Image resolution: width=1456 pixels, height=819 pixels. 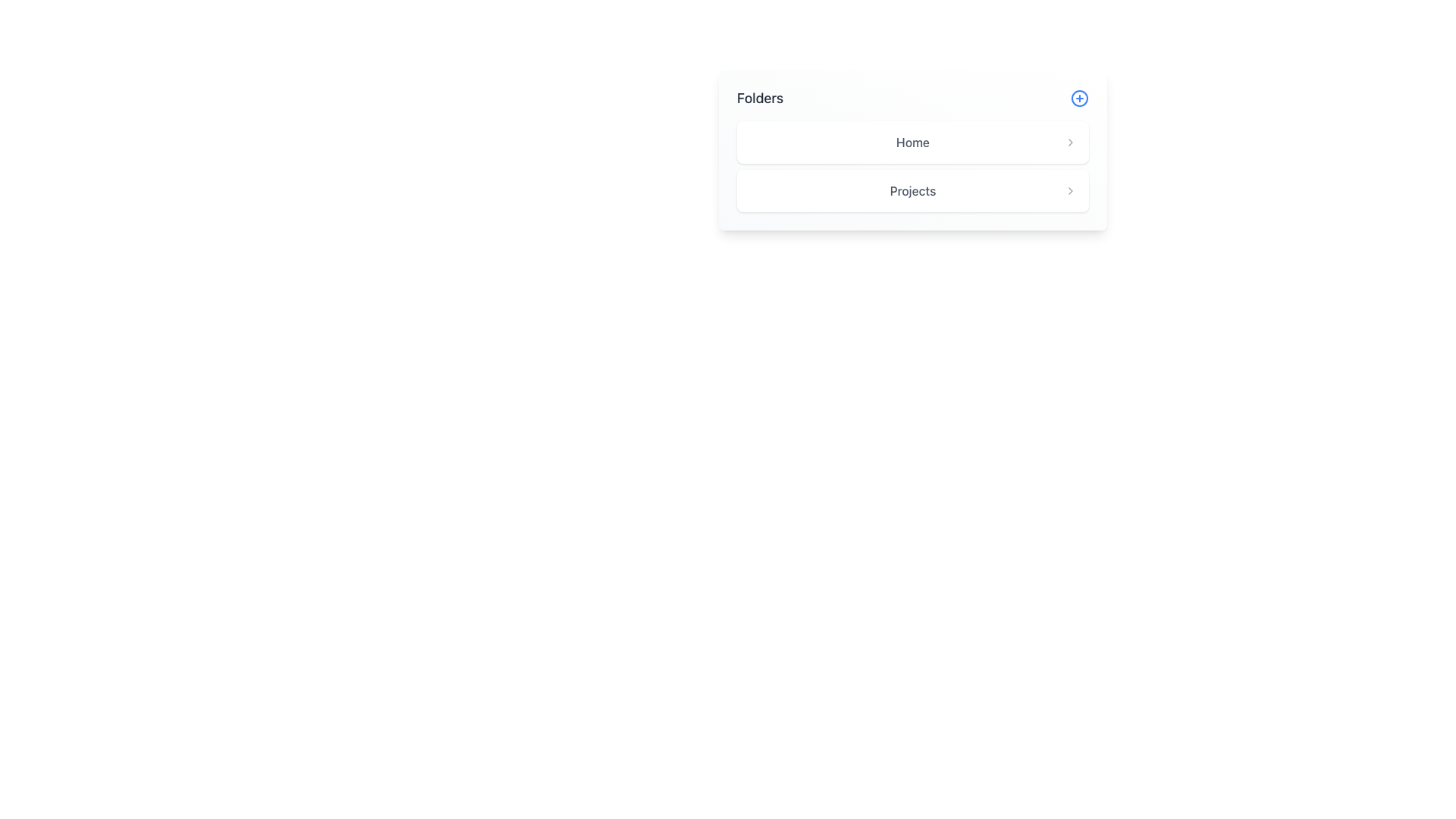 What do you see at coordinates (912, 166) in the screenshot?
I see `the 'Home' option in the Menu/List Component located under the 'Folders' card` at bounding box center [912, 166].